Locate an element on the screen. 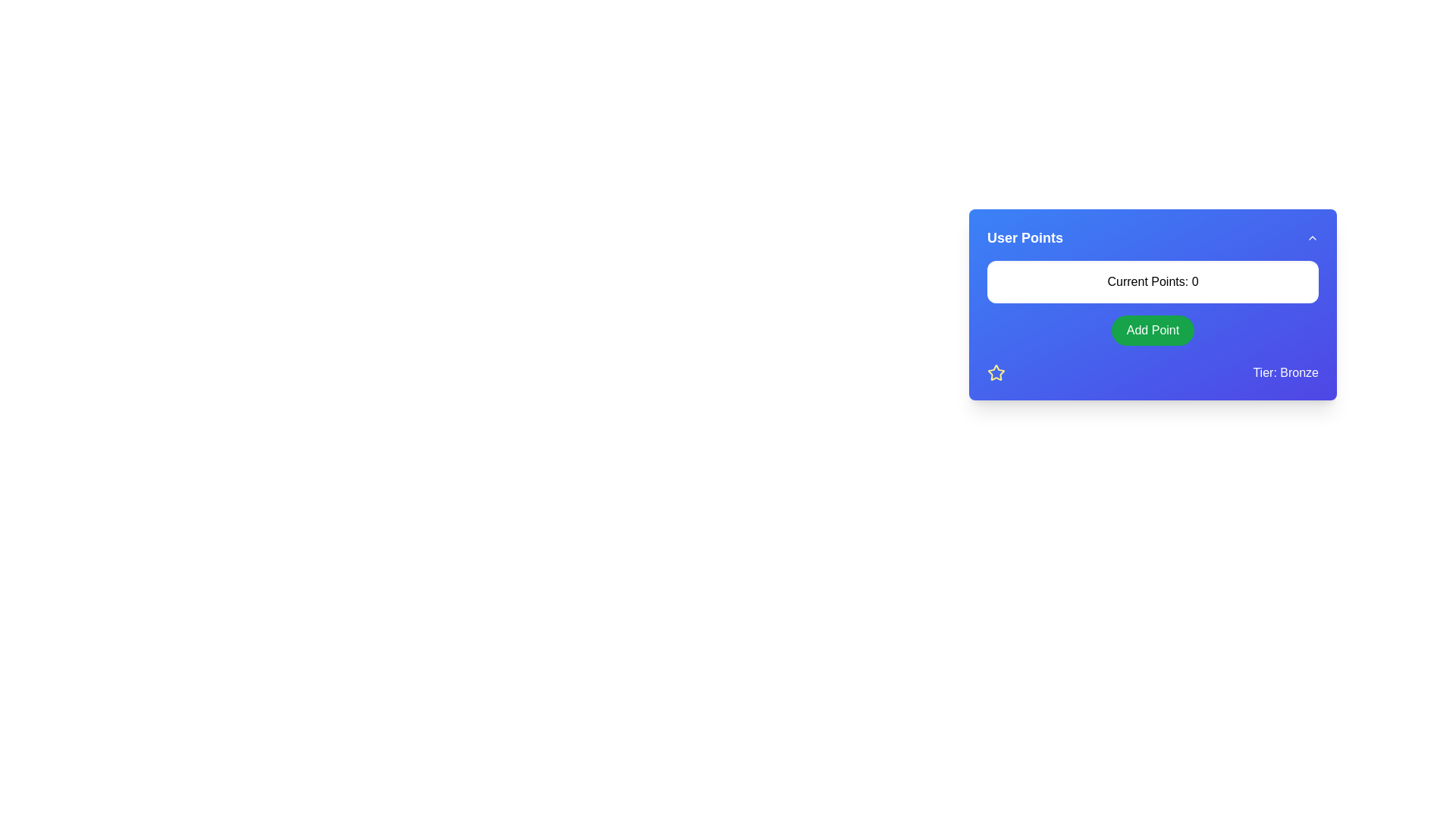 The width and height of the screenshot is (1456, 819). the 'Add Point' button in the User Points card to trigger a visual effect is located at coordinates (1153, 321).